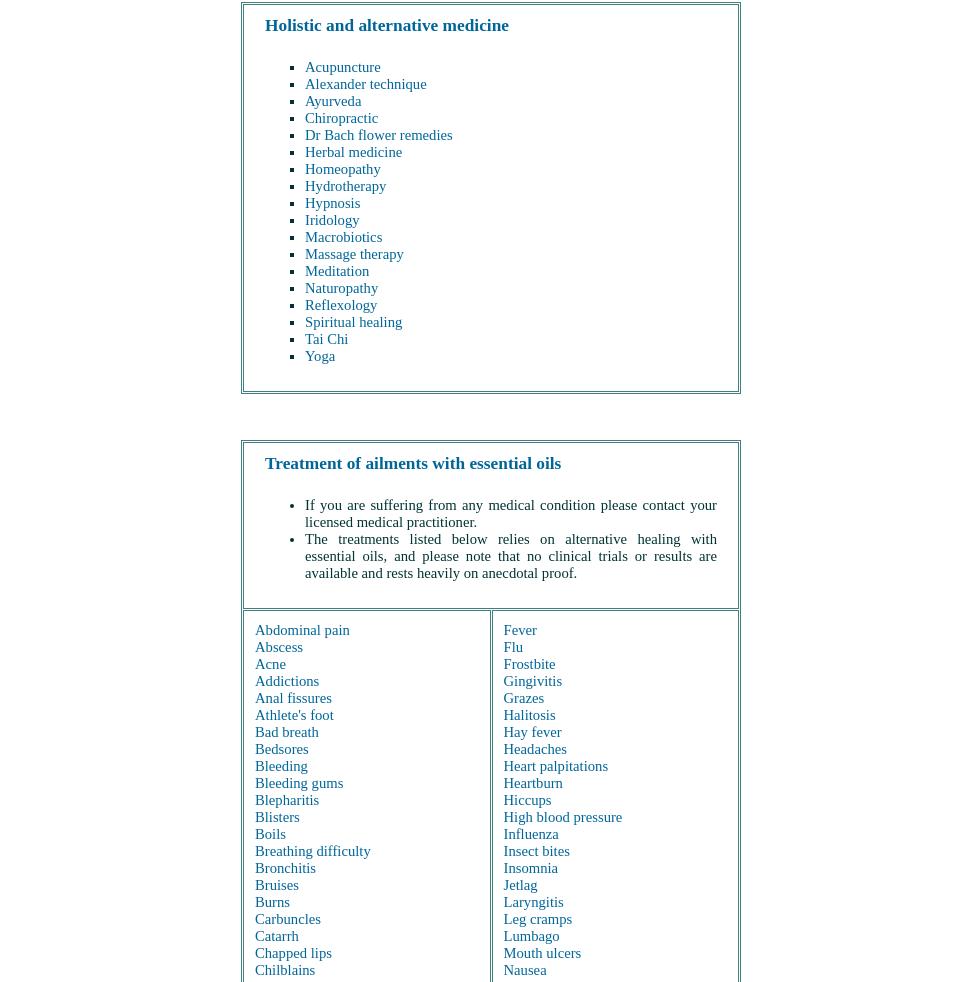 The height and width of the screenshot is (982, 979). I want to click on 'Headaches', so click(533, 747).